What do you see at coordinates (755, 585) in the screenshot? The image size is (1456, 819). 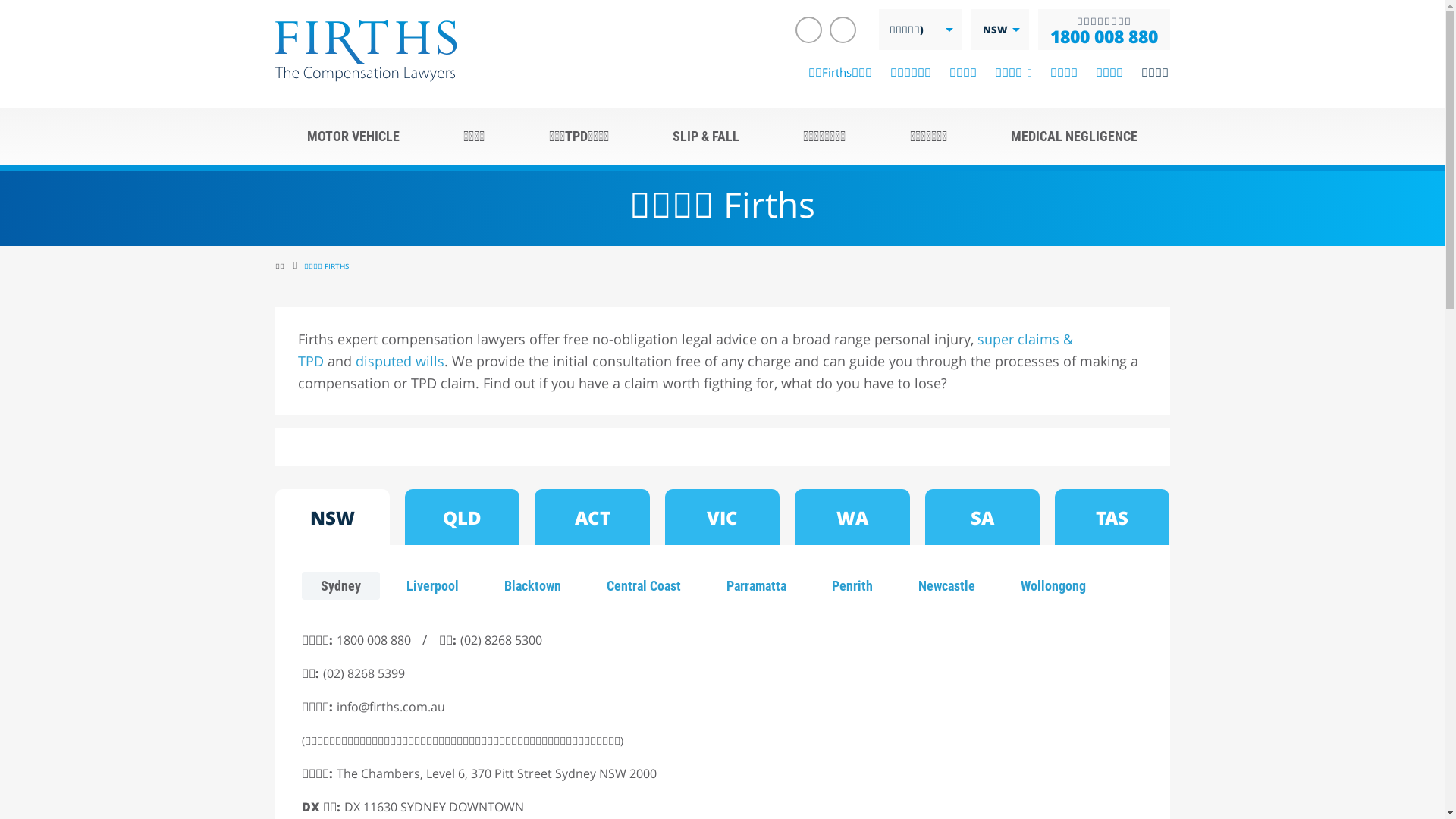 I see `'Parramatta'` at bounding box center [755, 585].